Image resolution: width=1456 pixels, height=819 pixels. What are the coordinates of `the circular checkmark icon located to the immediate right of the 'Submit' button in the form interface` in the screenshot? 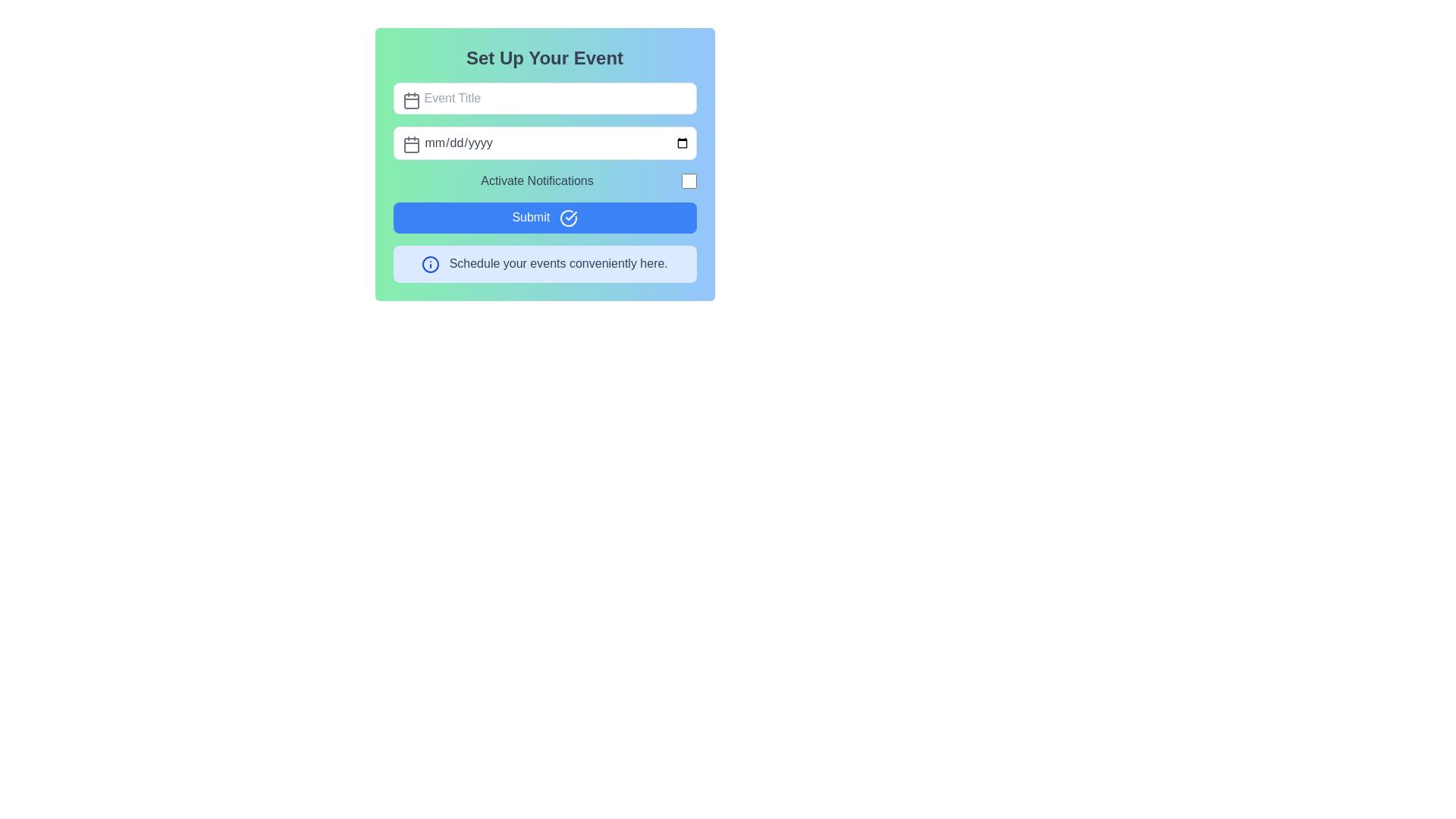 It's located at (567, 218).